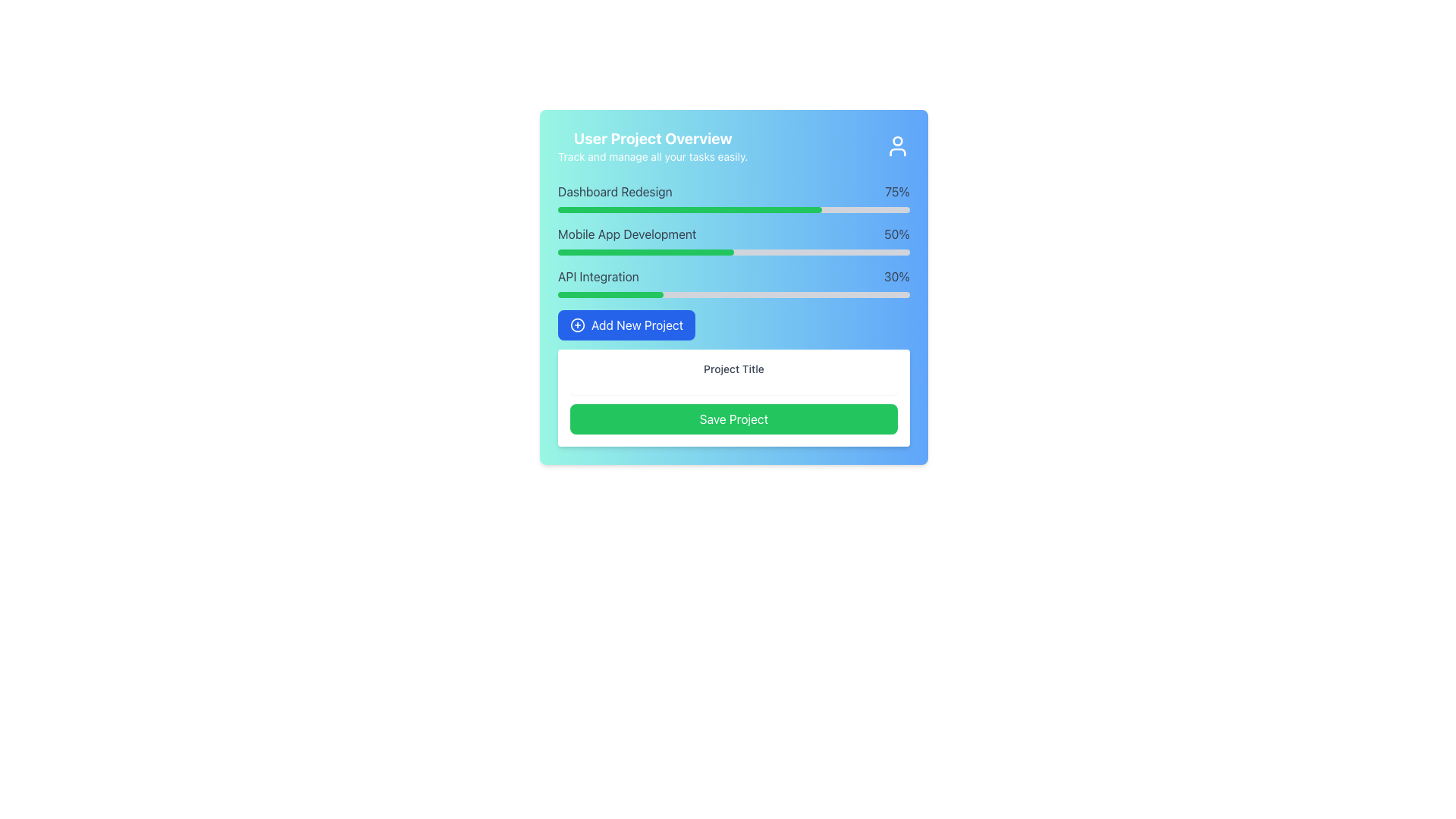 The height and width of the screenshot is (819, 1456). Describe the element at coordinates (734, 197) in the screenshot. I see `the progress bar labeled 'Dashboard Redesign' that indicates 75% completion, which is the first entry in the vertical list under 'User Project Overview'` at that location.